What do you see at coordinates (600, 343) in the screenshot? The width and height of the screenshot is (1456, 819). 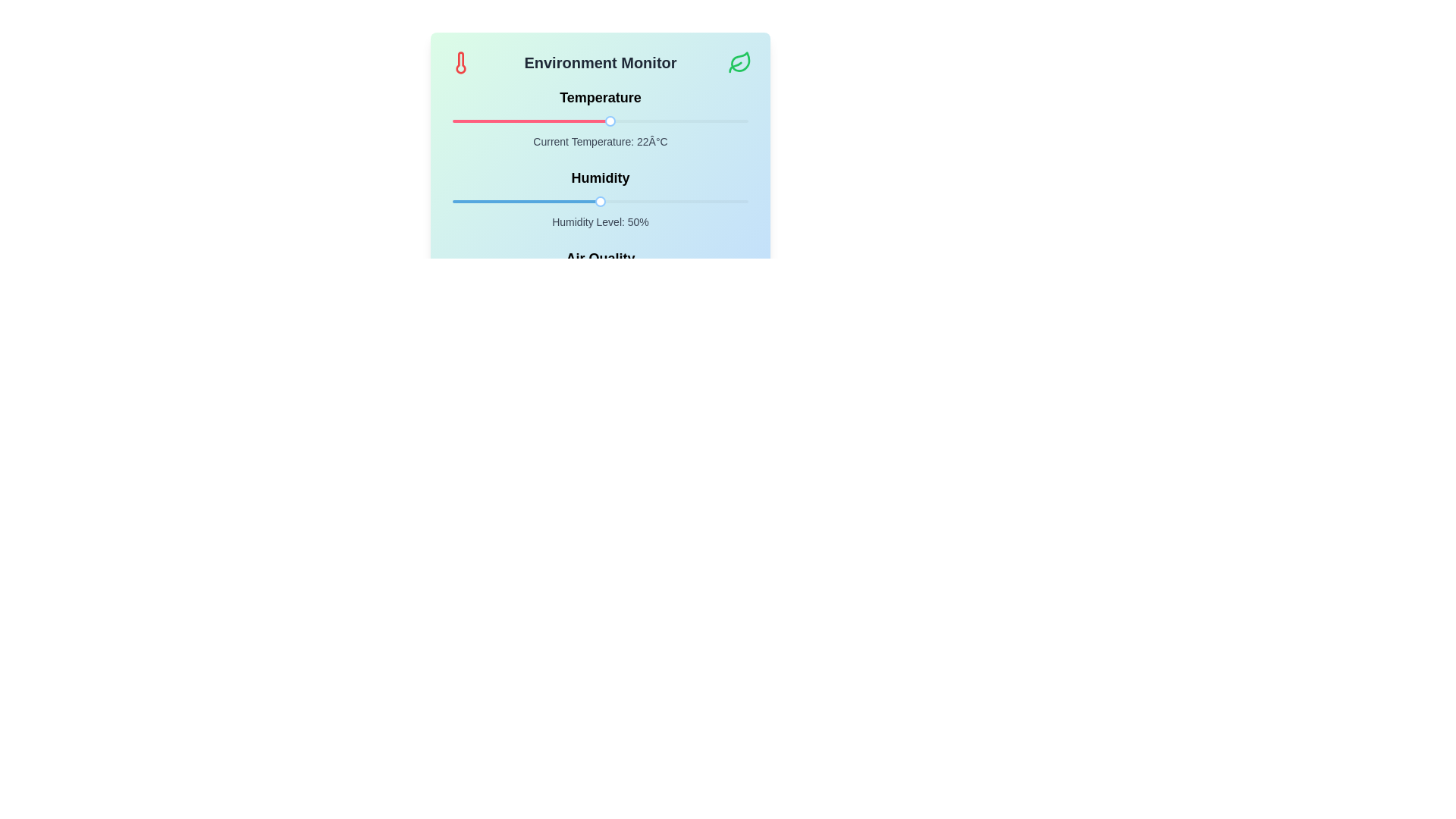 I see `the rectangular button with rounded corners labeled 'Save Settings'` at bounding box center [600, 343].